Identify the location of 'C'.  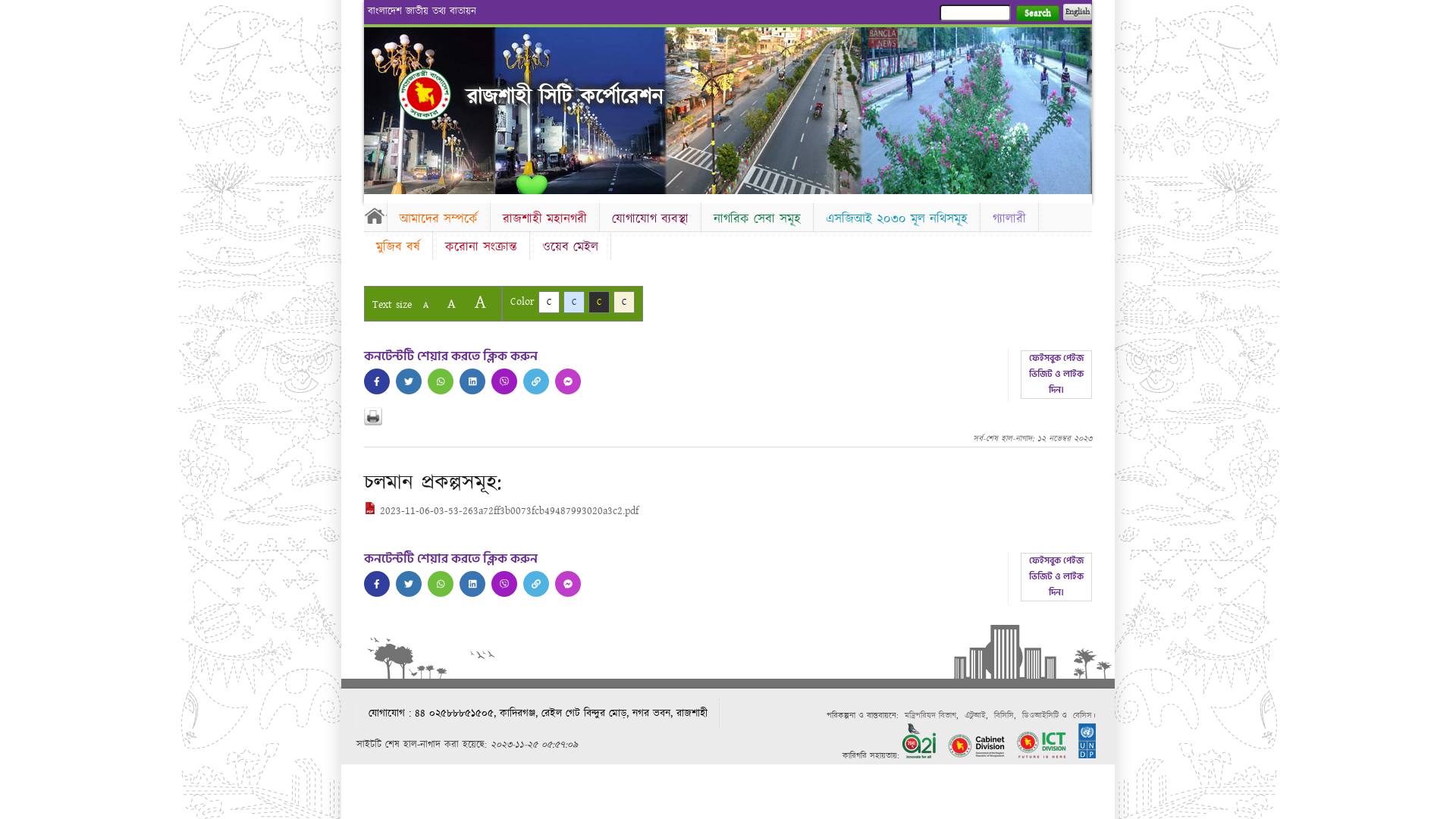
(538, 302).